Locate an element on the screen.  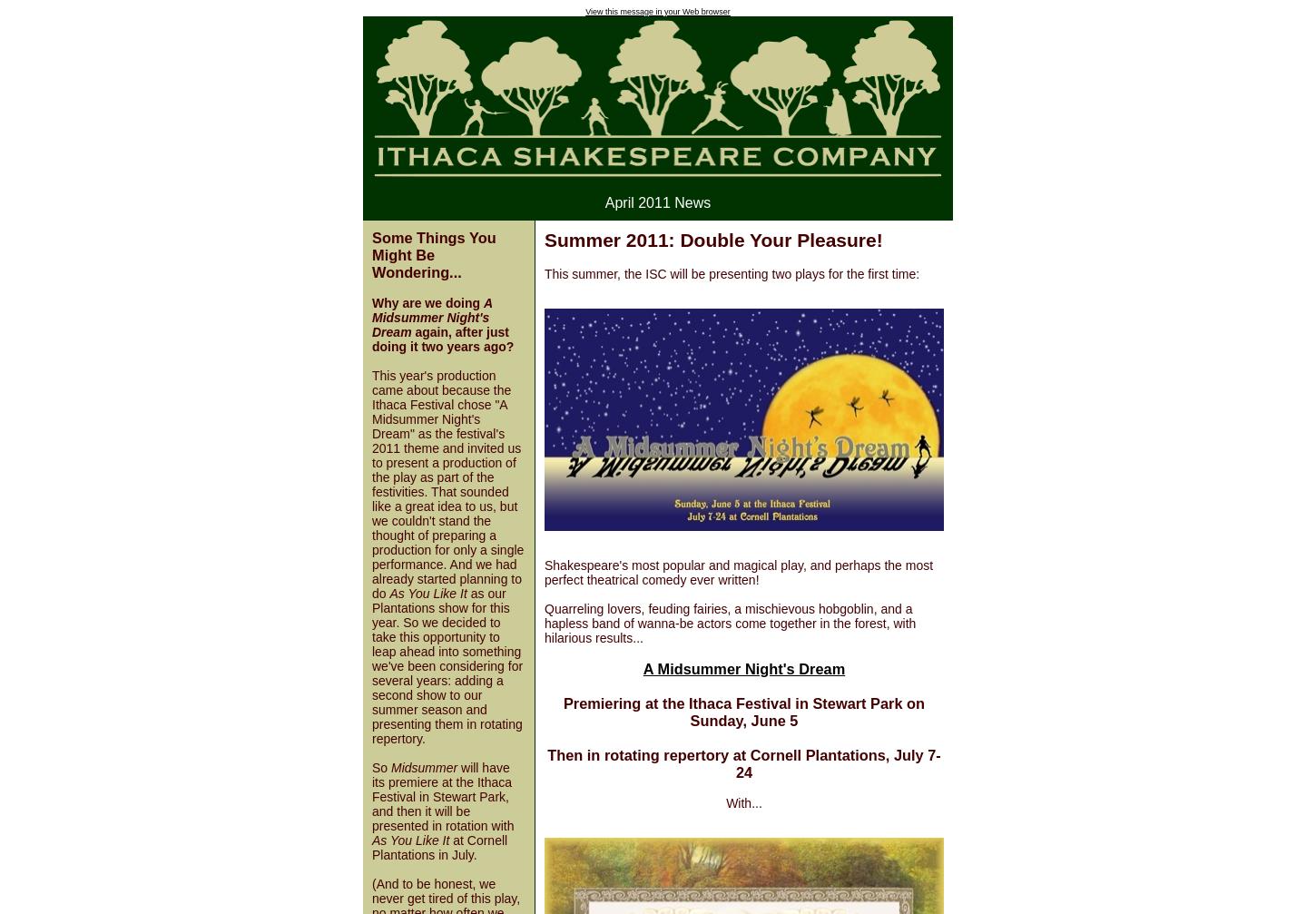
'Premiering at the Ithaca Festival in Stewart Park on Sunday, June 5' is located at coordinates (743, 710).